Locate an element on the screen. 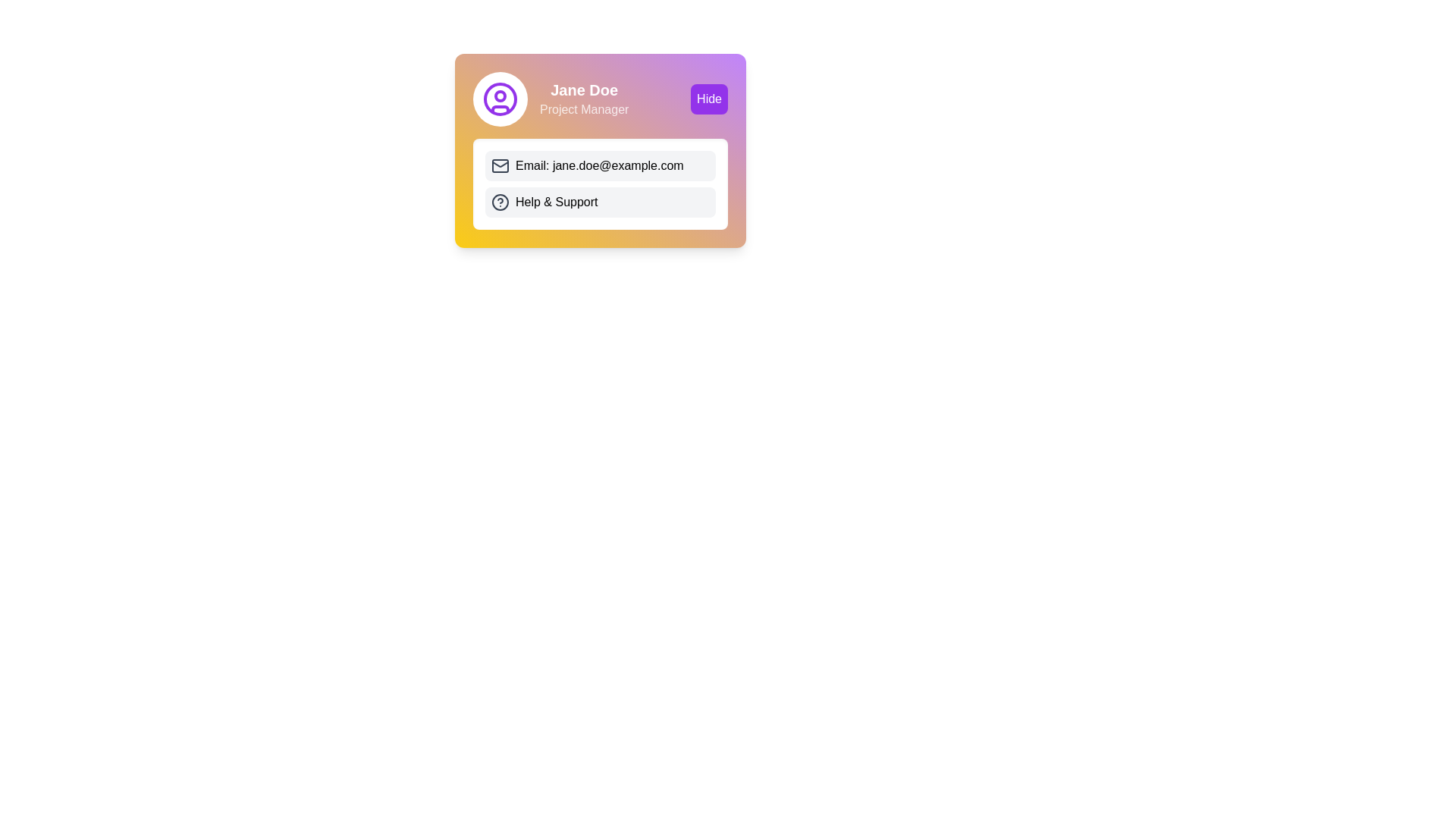 This screenshot has width=1456, height=819. the Text Display element containing 'Jane Doe' and 'Project Manager' text, which is centrally located in a card-like component and positioned to the right of a circular user icon is located at coordinates (583, 99).